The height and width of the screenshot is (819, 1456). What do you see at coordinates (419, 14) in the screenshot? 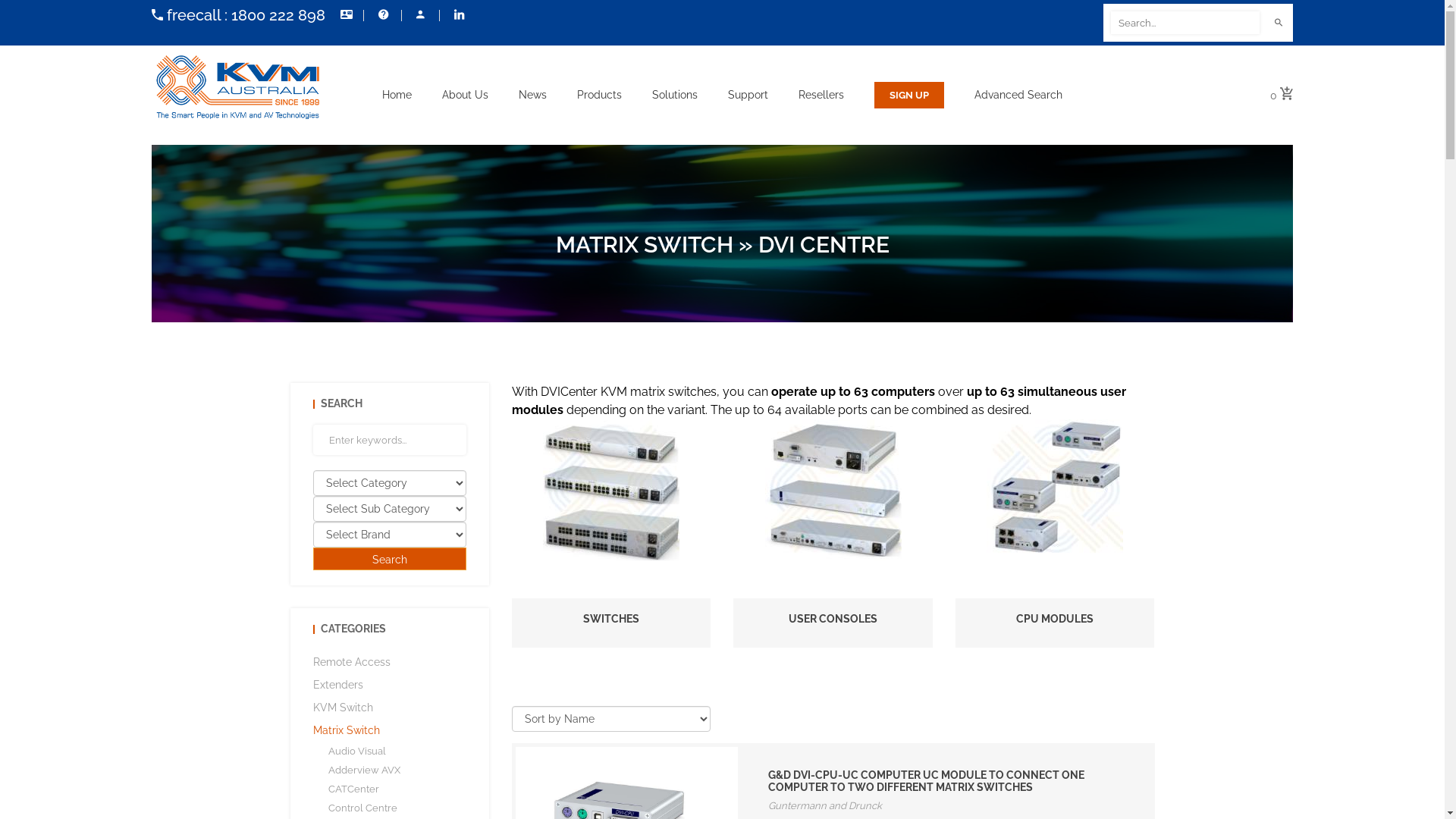
I see `'My Account'` at bounding box center [419, 14].